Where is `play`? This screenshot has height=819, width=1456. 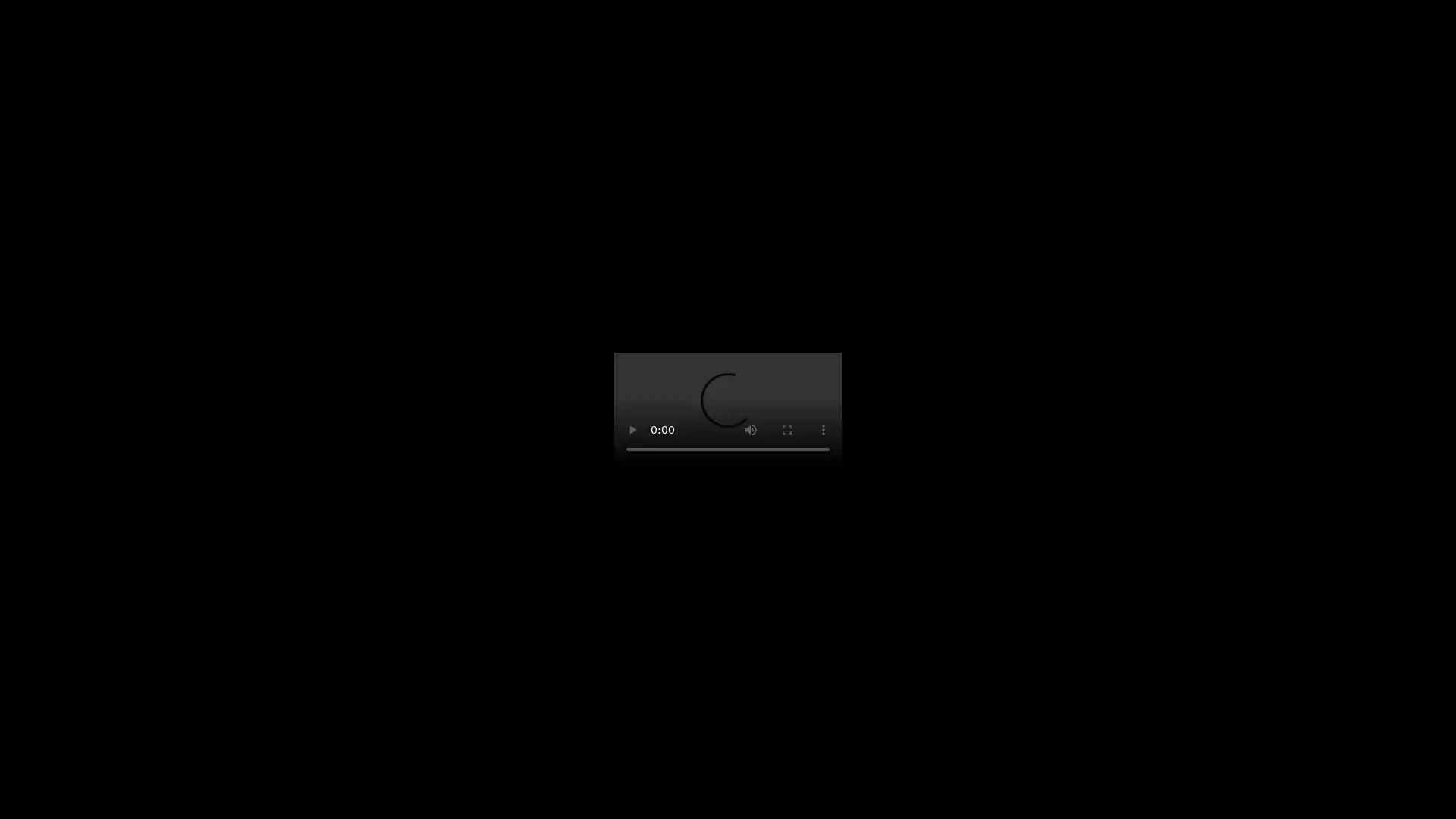 play is located at coordinates (632, 430).